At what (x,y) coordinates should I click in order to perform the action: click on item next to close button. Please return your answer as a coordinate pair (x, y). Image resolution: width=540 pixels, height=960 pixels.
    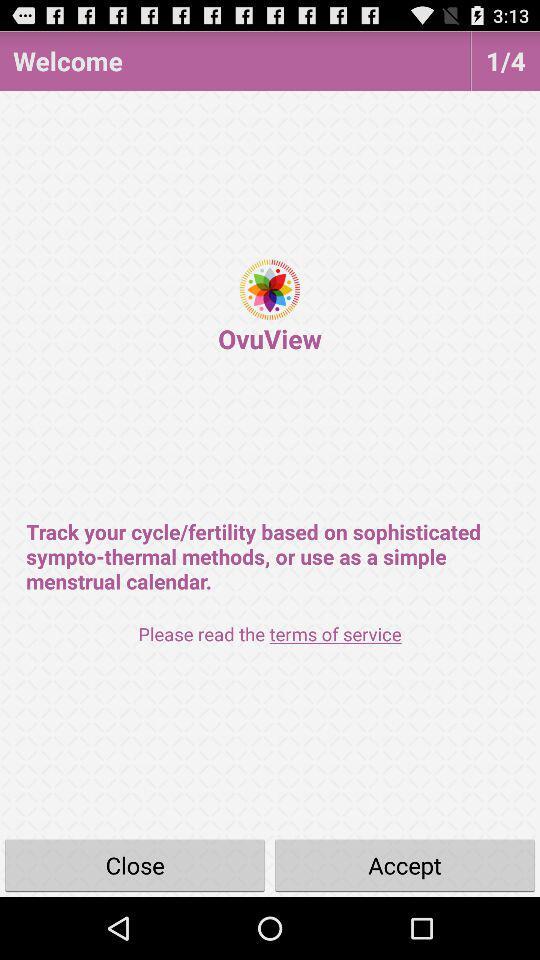
    Looking at the image, I should click on (405, 864).